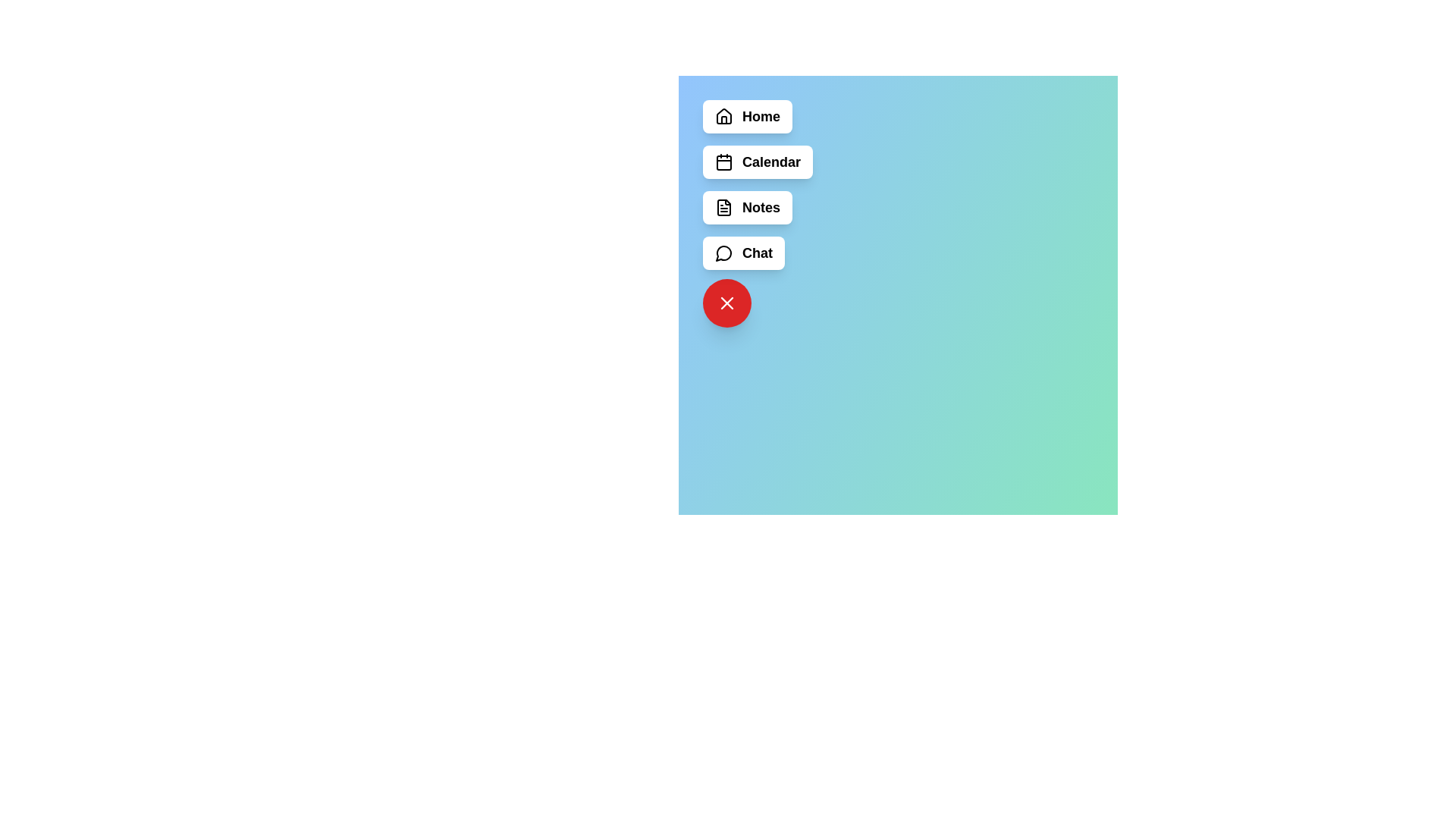 This screenshot has height=819, width=1456. I want to click on the icon of the menu item labeled Chat, so click(723, 253).